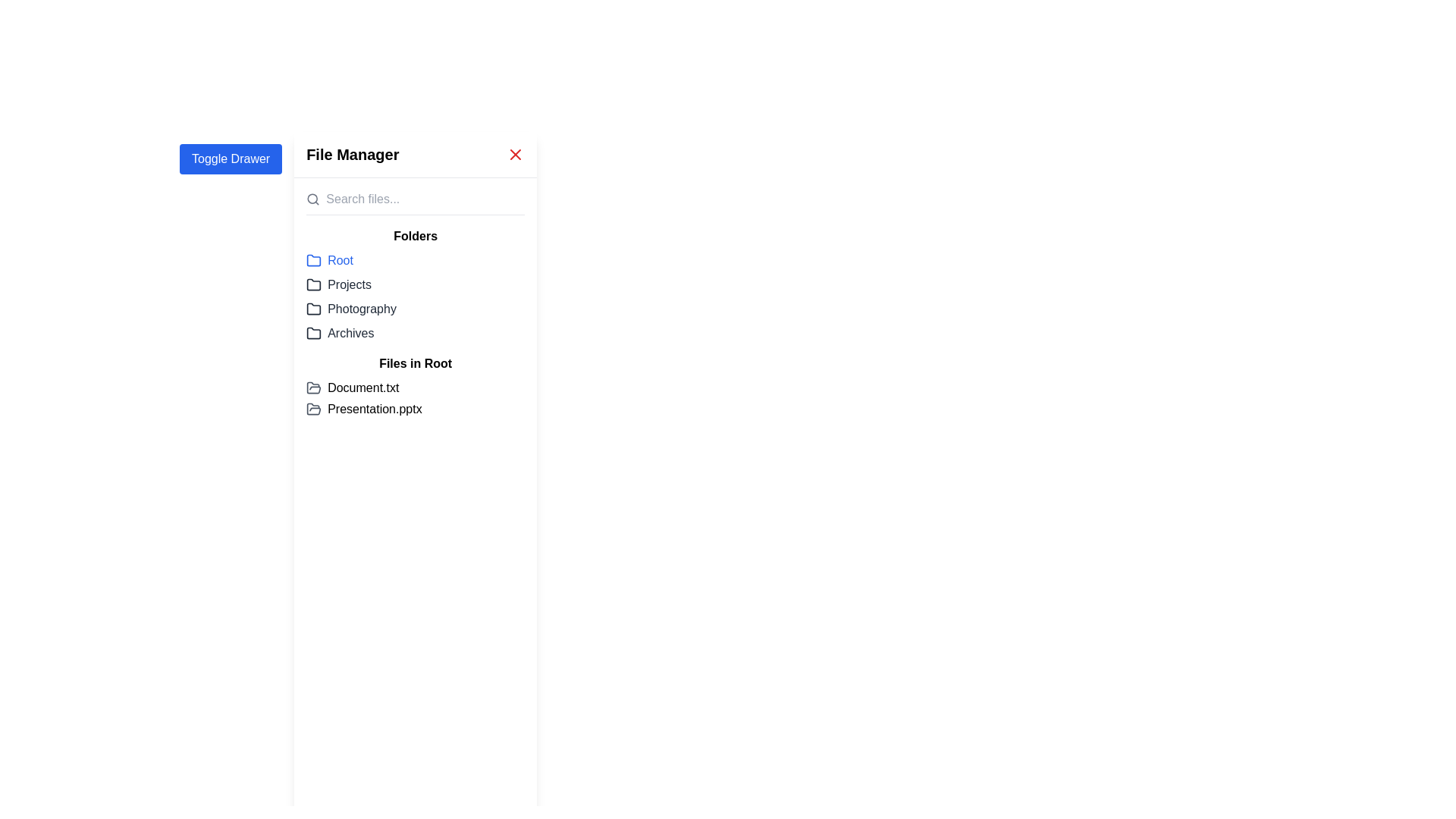 The width and height of the screenshot is (1456, 819). I want to click on the folder icon representing the file 'Presentation.pptx' to highlight it, so click(313, 409).